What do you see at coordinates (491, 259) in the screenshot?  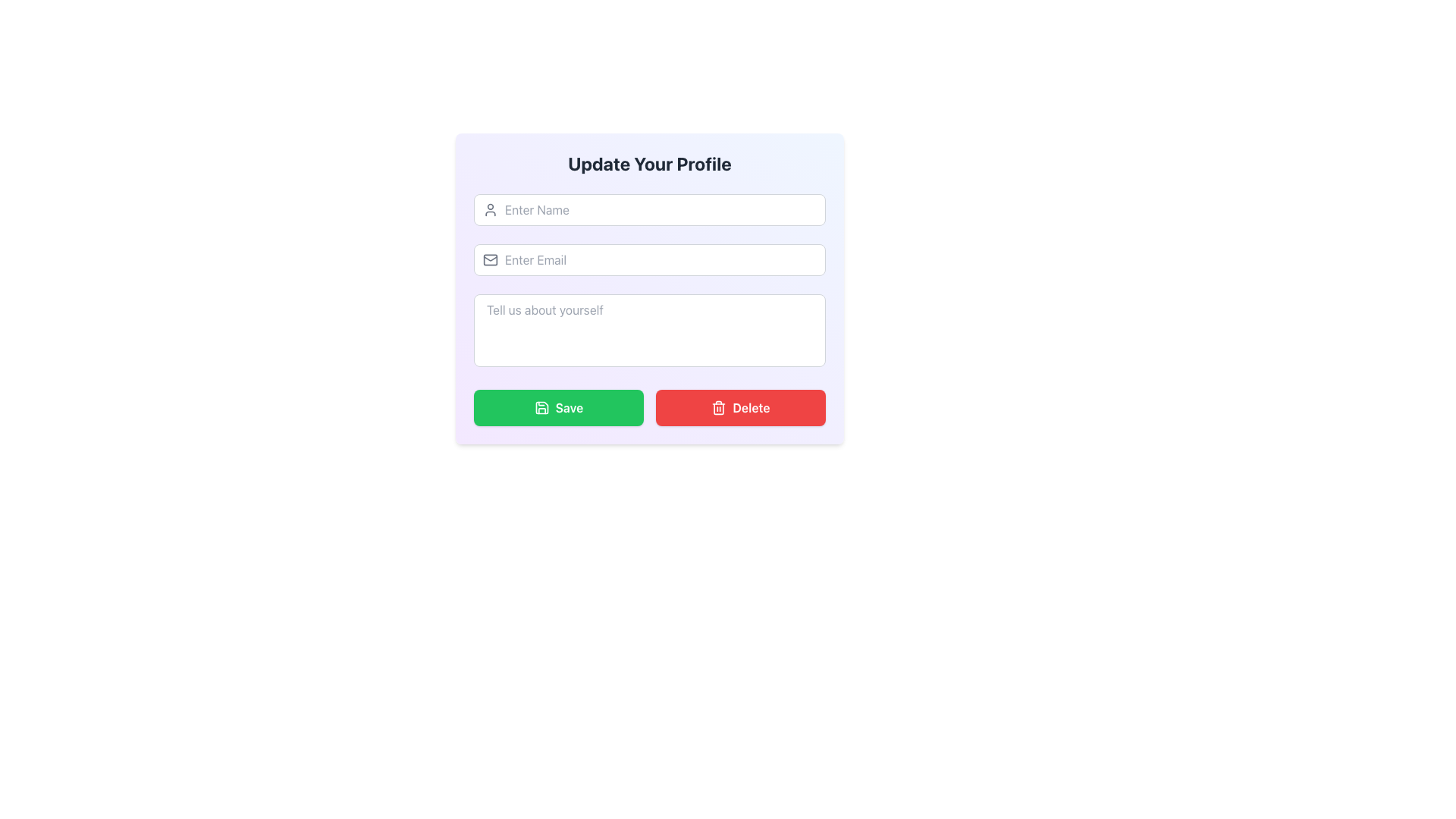 I see `the mail envelope icon with a red border located to the far left of the 'Enter Email' input field` at bounding box center [491, 259].